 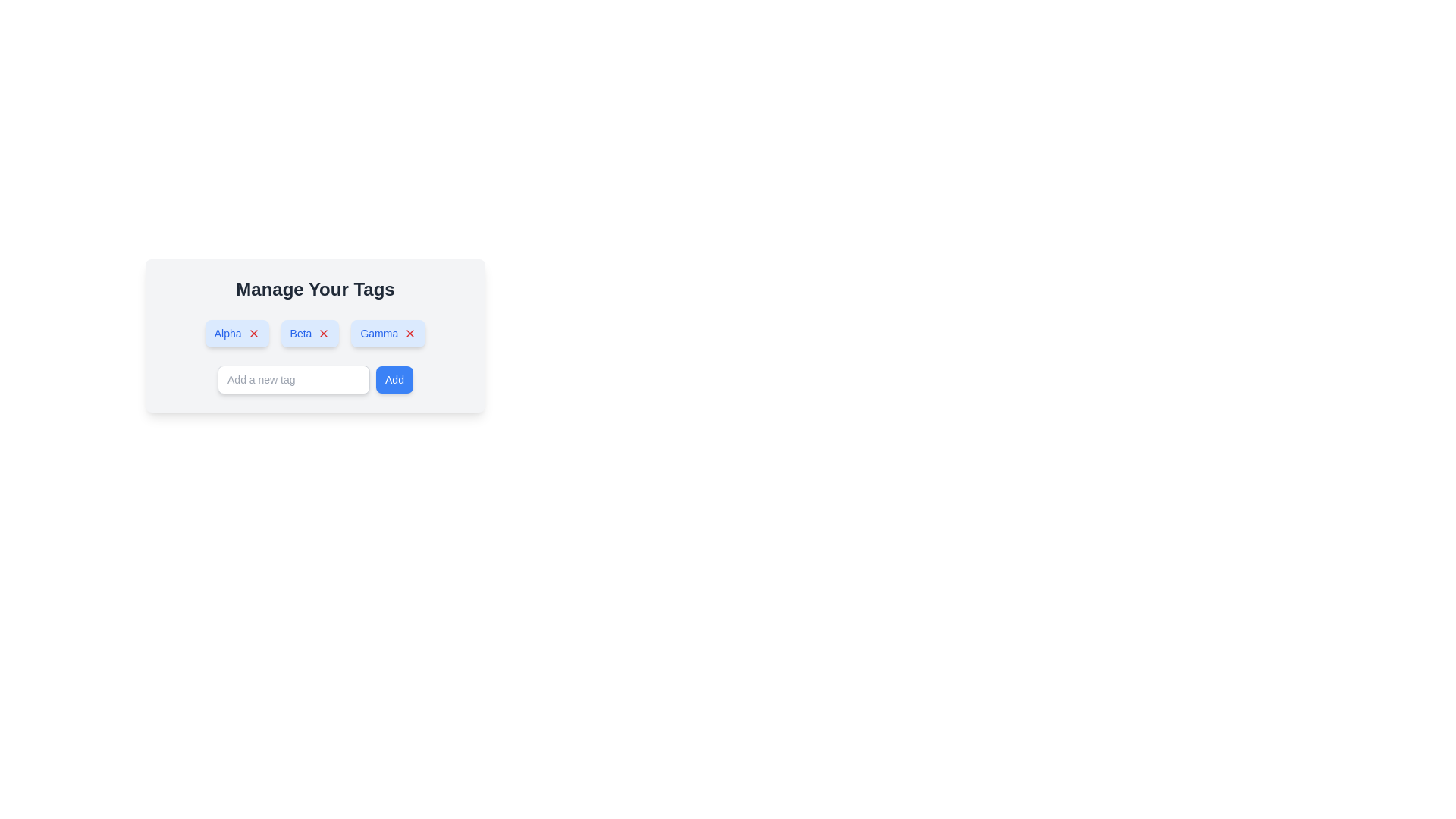 What do you see at coordinates (315, 335) in the screenshot?
I see `the 'Beta' button, which is the second button` at bounding box center [315, 335].